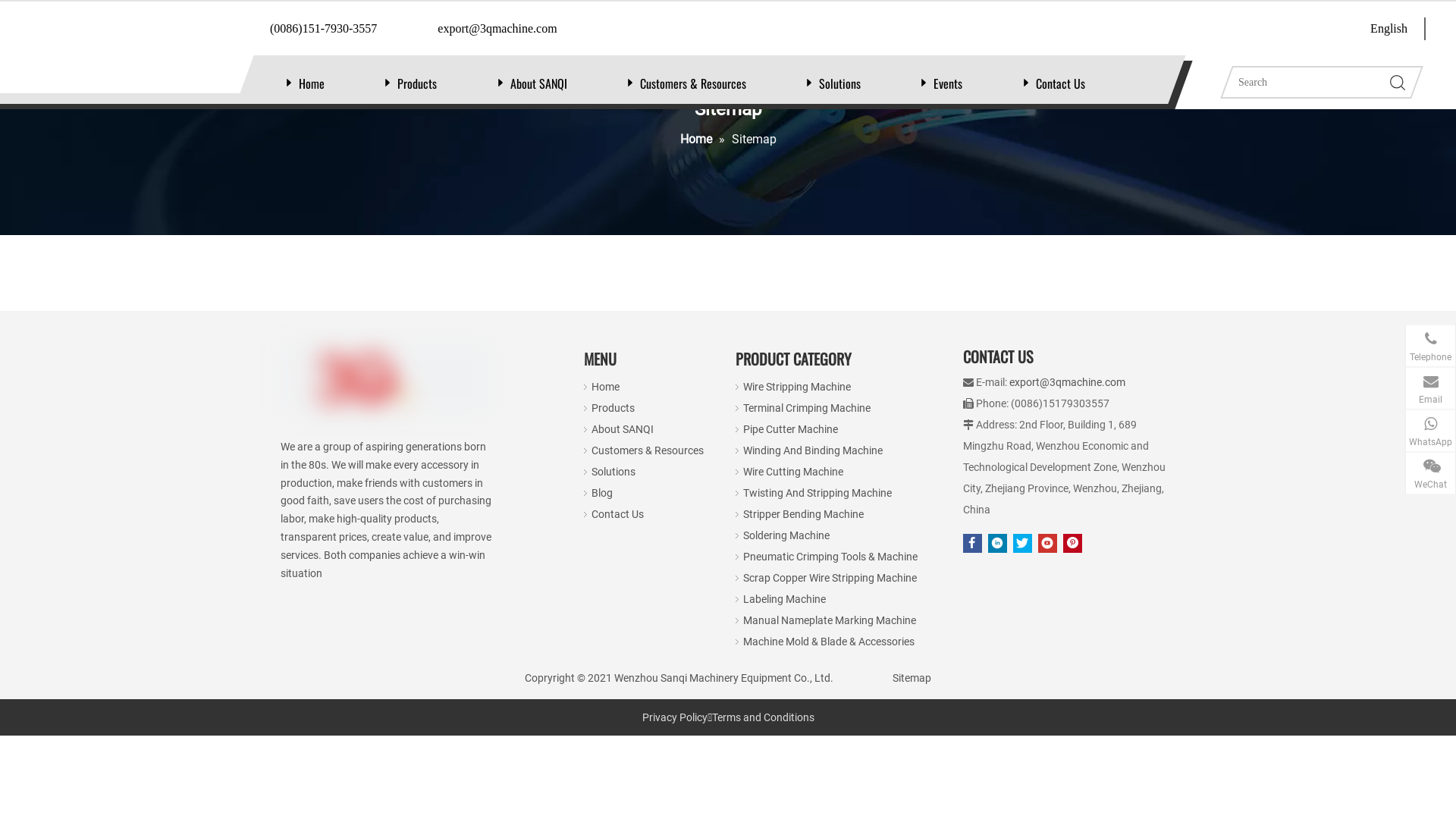  What do you see at coordinates (742, 406) in the screenshot?
I see `'Terminal Crimping Machine'` at bounding box center [742, 406].